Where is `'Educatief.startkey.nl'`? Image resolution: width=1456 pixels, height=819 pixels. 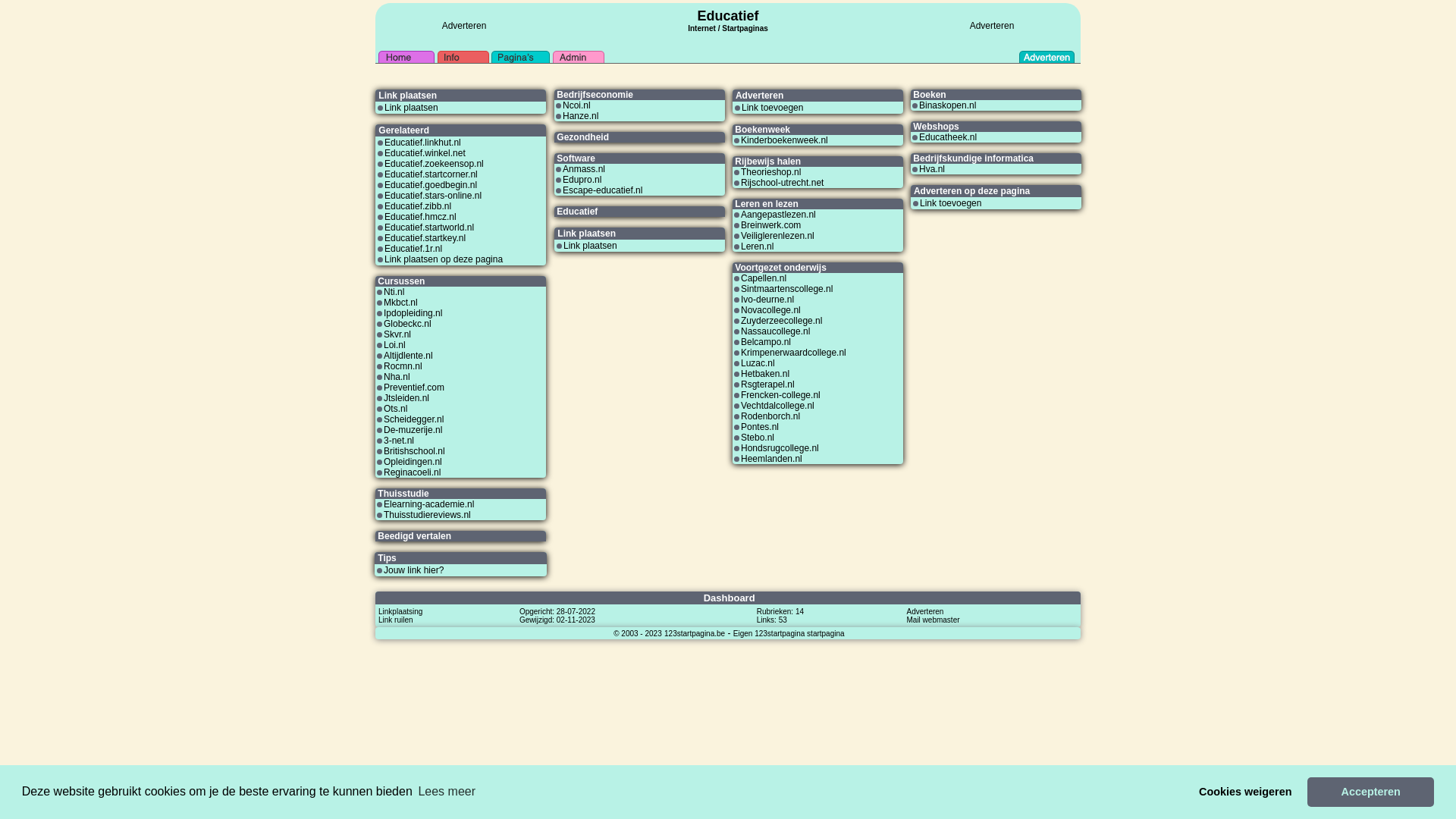
'Educatief.startkey.nl' is located at coordinates (425, 237).